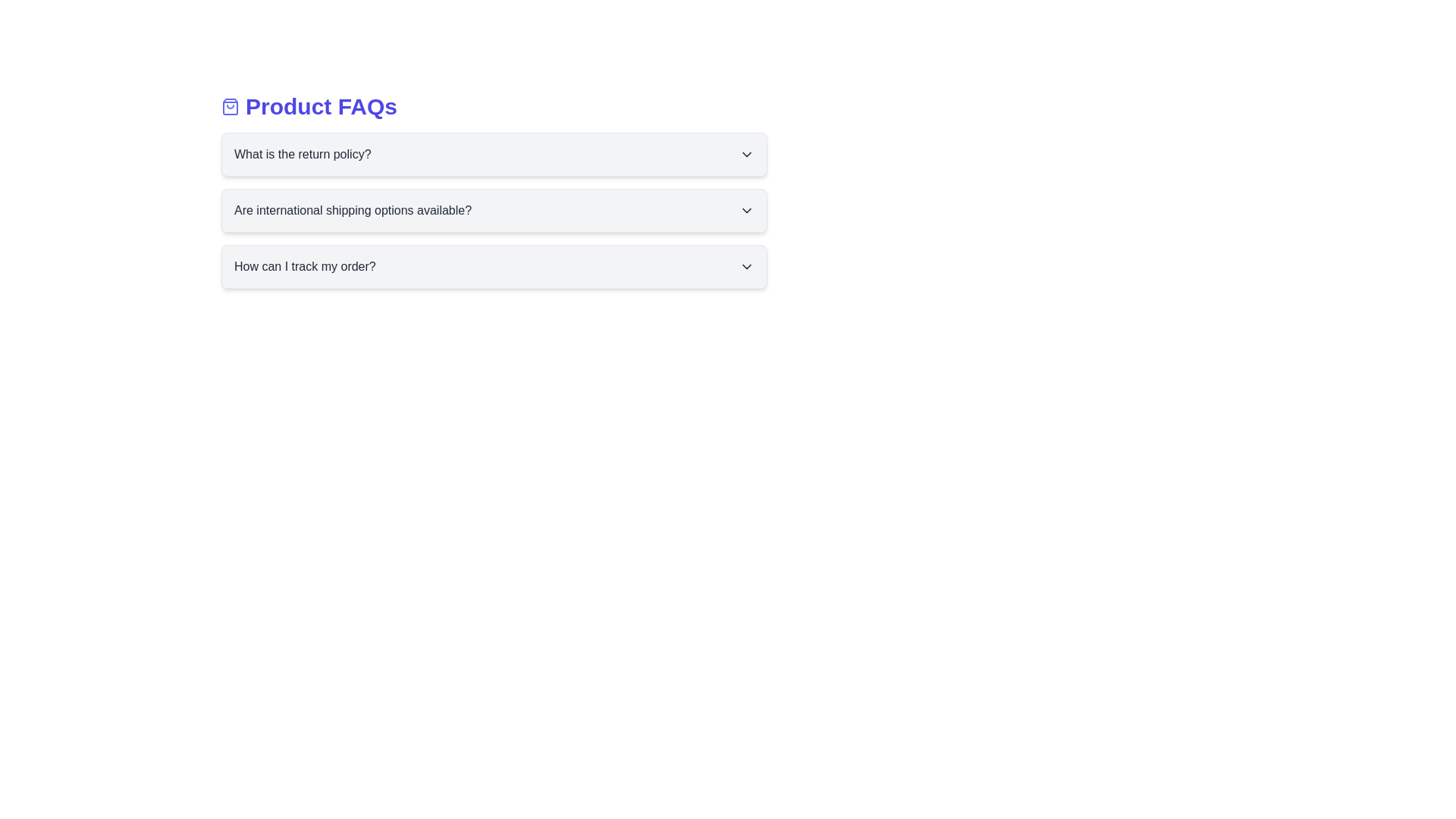 This screenshot has width=1456, height=819. Describe the element at coordinates (494, 265) in the screenshot. I see `the collapsible FAQ entry labeled 'How can I track my order?' for keyboard interaction` at that location.